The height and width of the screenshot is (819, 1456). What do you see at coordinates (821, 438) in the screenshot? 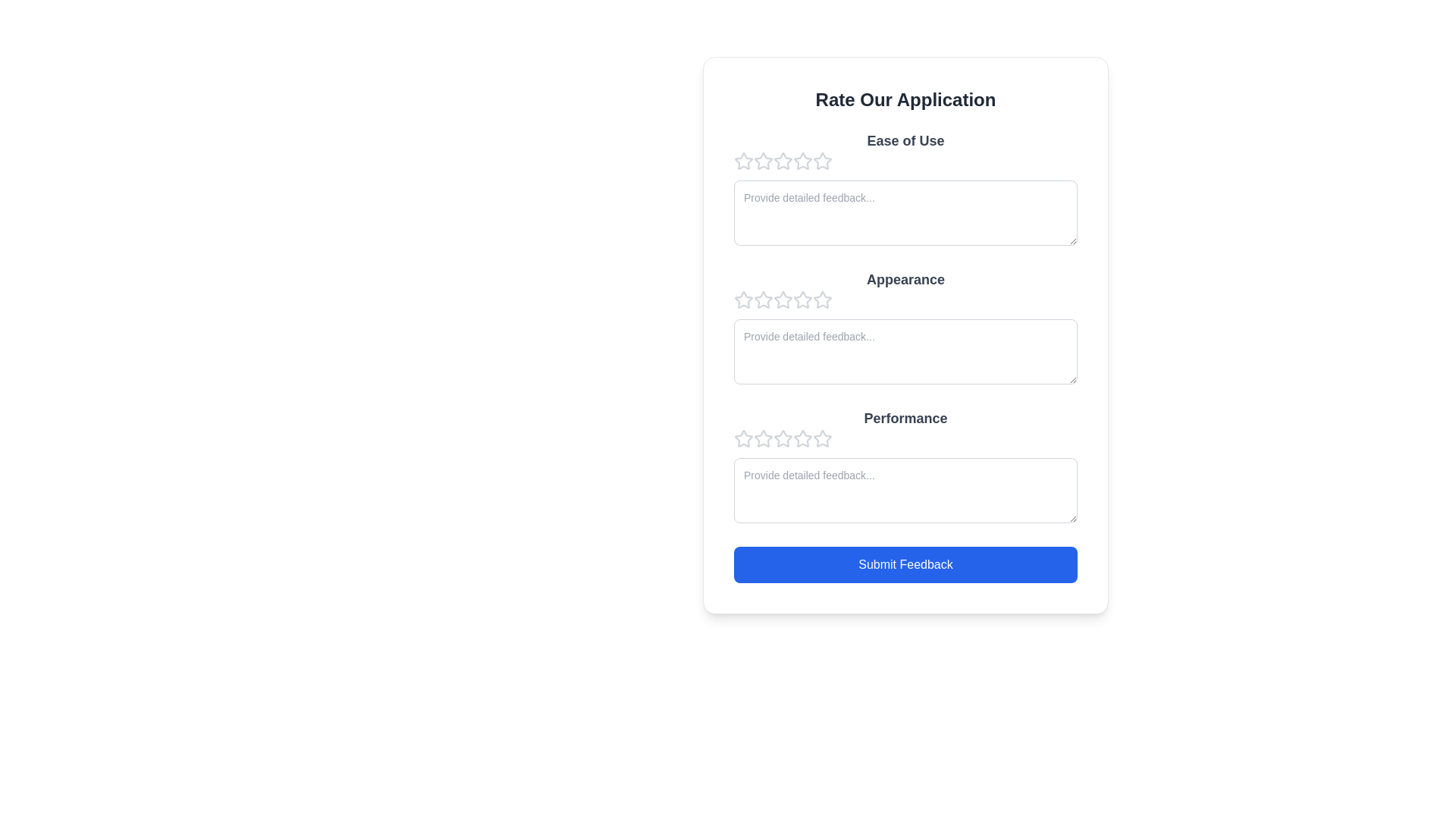
I see `the third star in the horizontal row of five stars in the 'Performance' section of the 'Rate Our Application' interface` at bounding box center [821, 438].